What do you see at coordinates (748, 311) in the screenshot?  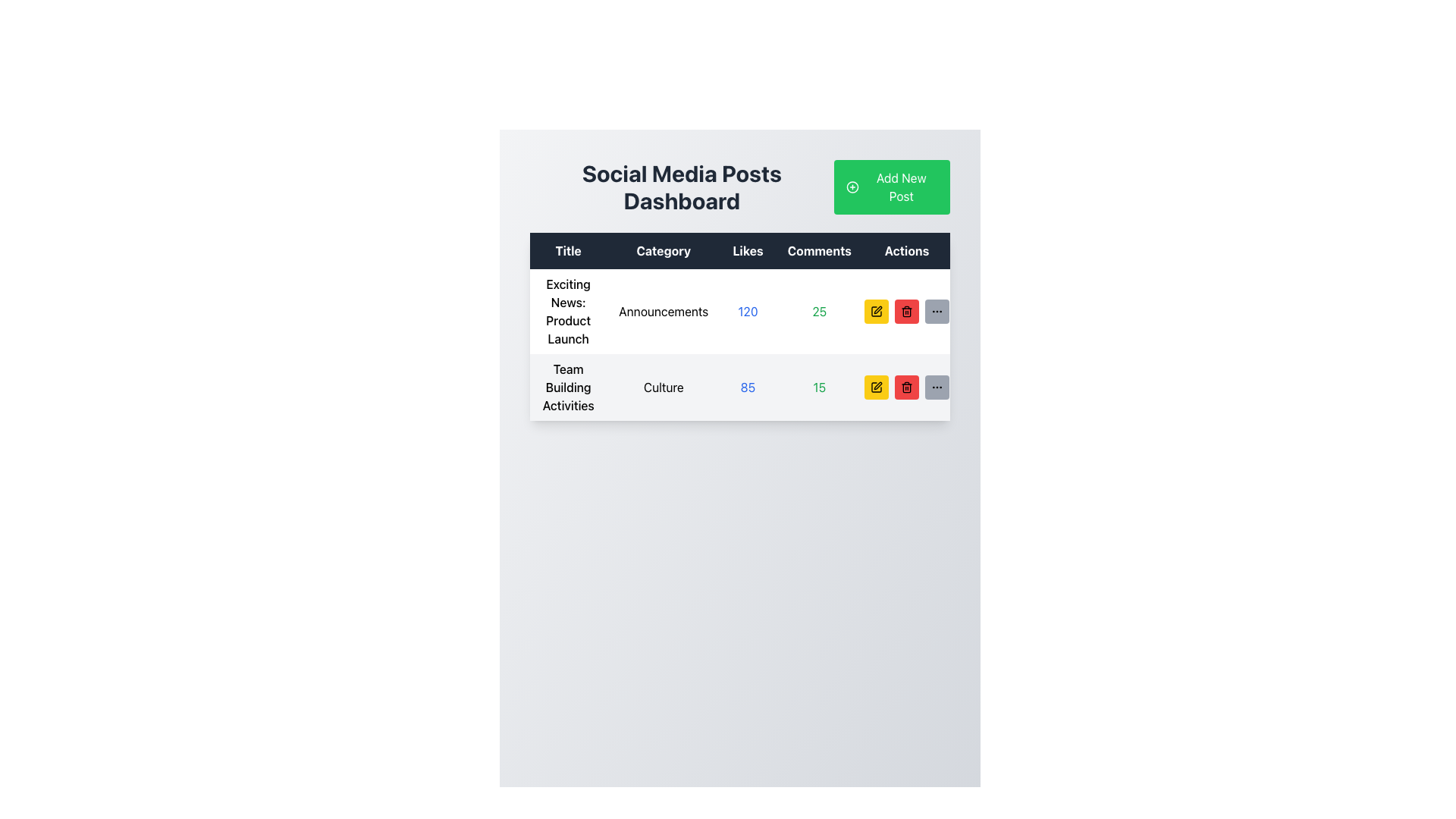 I see `the text displaying the count of likes for the 'Exciting News: Product Launch' entry` at bounding box center [748, 311].